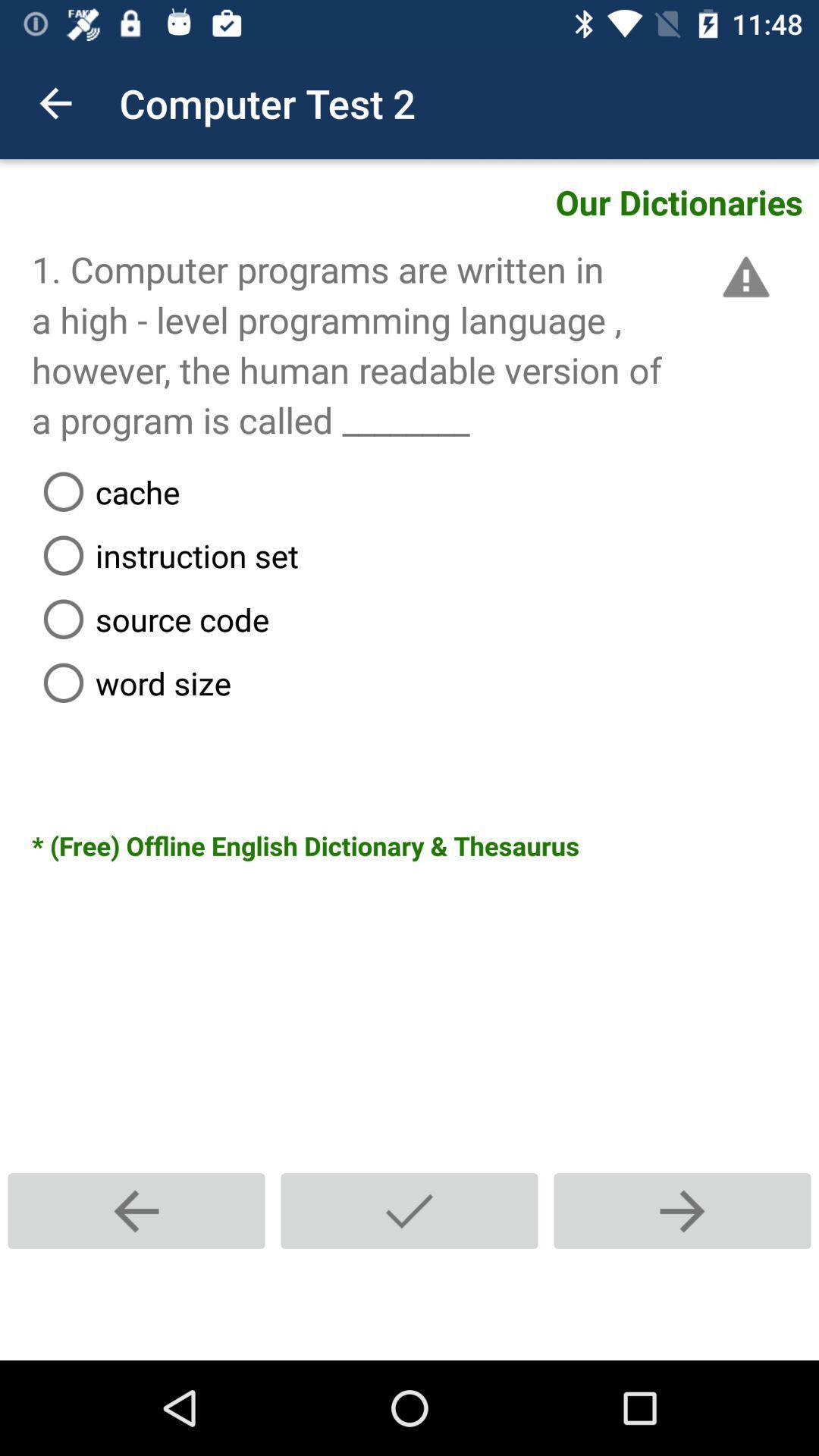 This screenshot has height=1456, width=819. What do you see at coordinates (409, 1210) in the screenshot?
I see `submit` at bounding box center [409, 1210].